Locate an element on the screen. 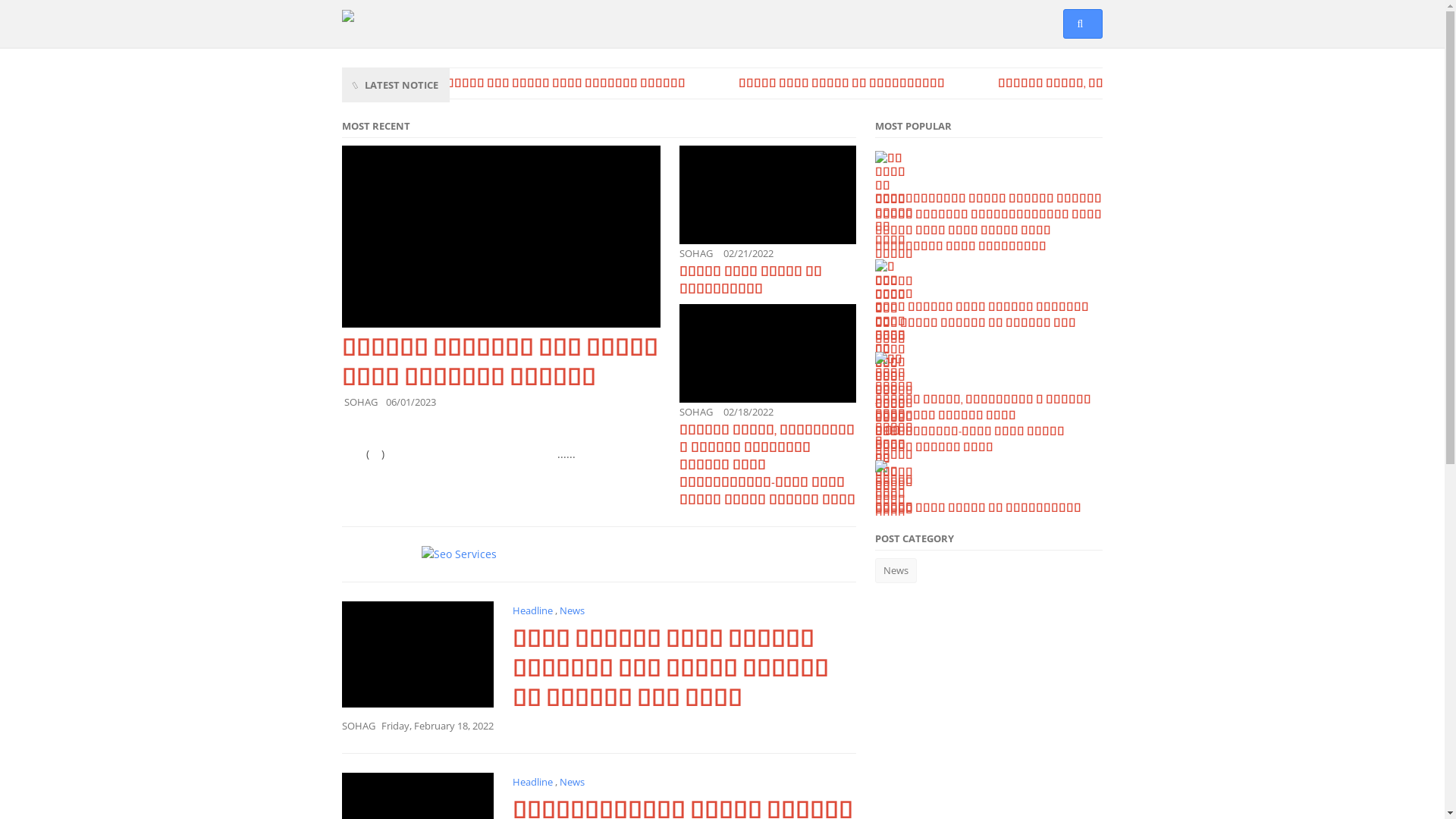 Image resolution: width=1456 pixels, height=819 pixels. 'News' is located at coordinates (896, 570).